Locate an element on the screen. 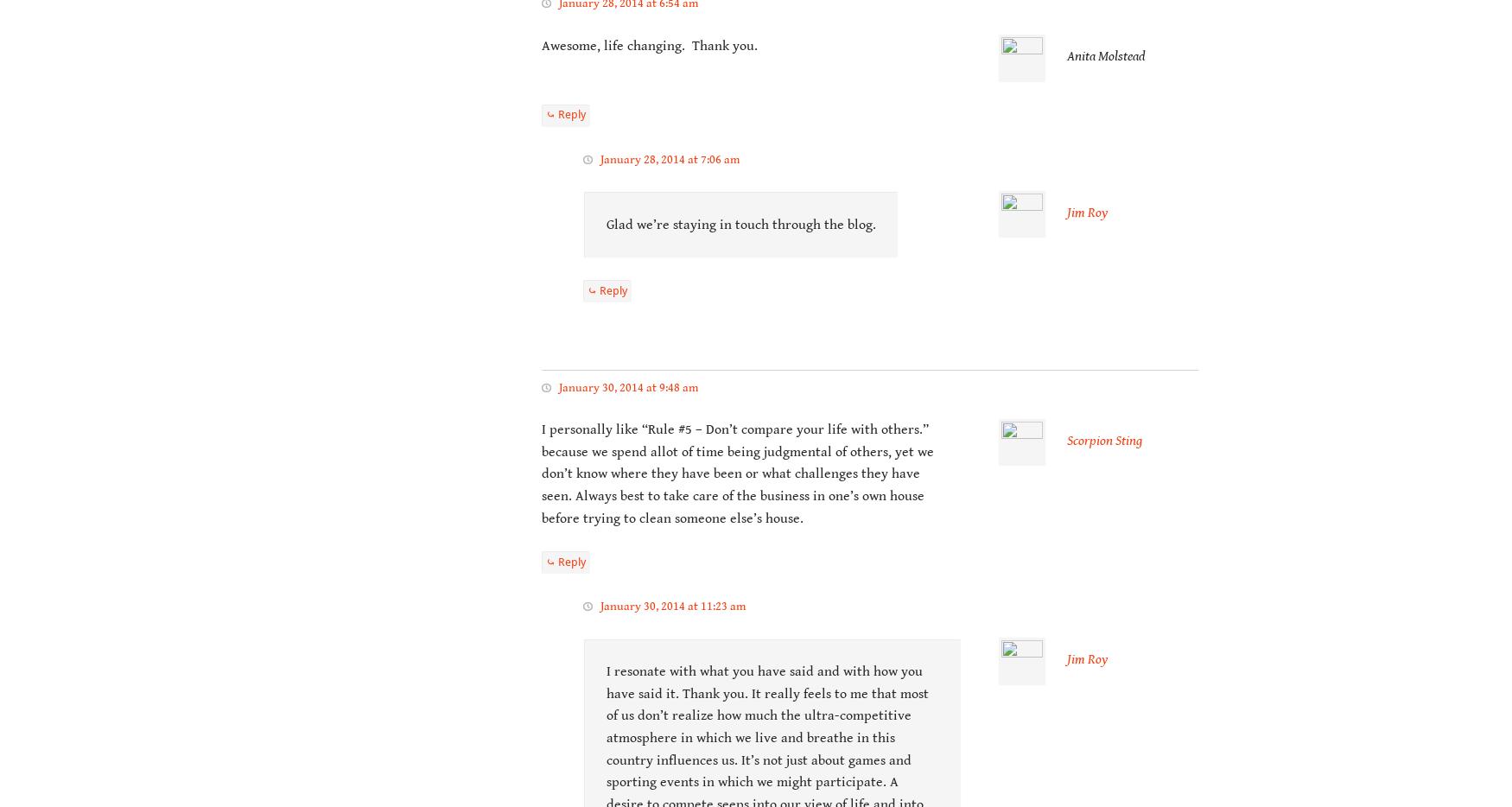 This screenshot has width=1512, height=807. 'Anita Molstead' is located at coordinates (1066, 56).